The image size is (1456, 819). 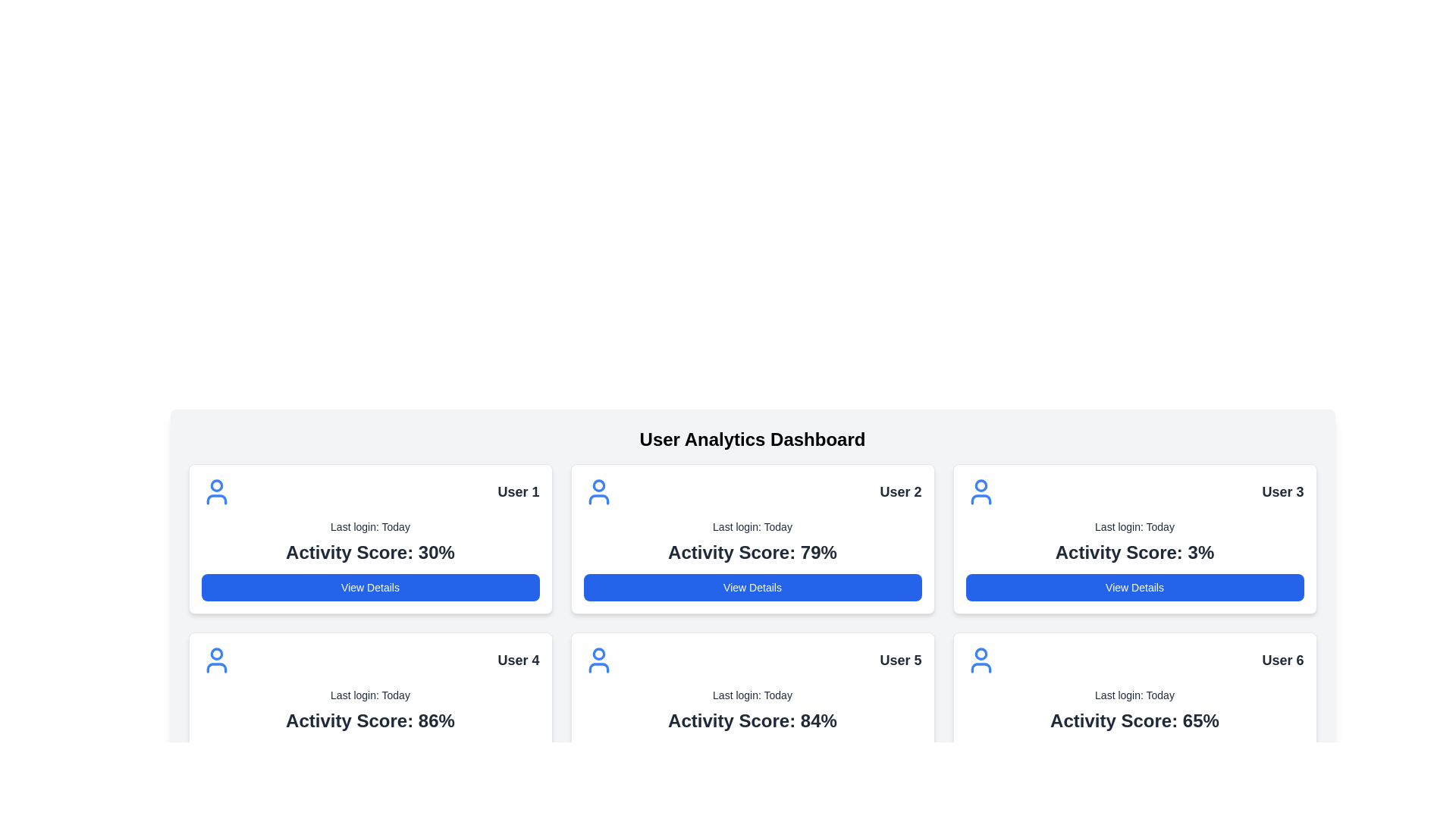 I want to click on the call-to-action button located at the bottom of the fourth user card in the grid layout, so click(x=370, y=755).